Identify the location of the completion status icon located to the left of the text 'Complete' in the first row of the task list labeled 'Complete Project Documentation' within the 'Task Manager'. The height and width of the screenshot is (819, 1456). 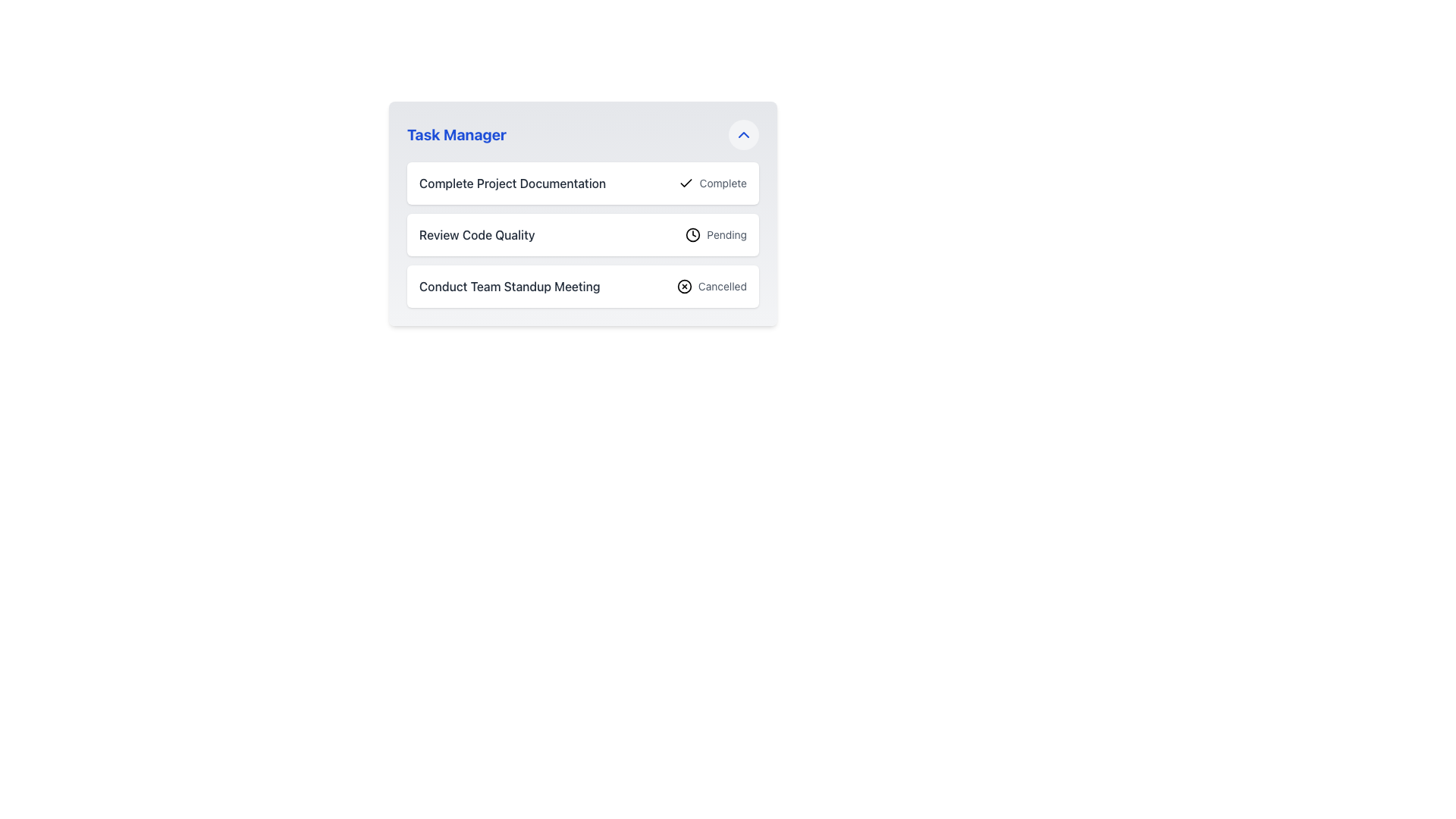
(685, 183).